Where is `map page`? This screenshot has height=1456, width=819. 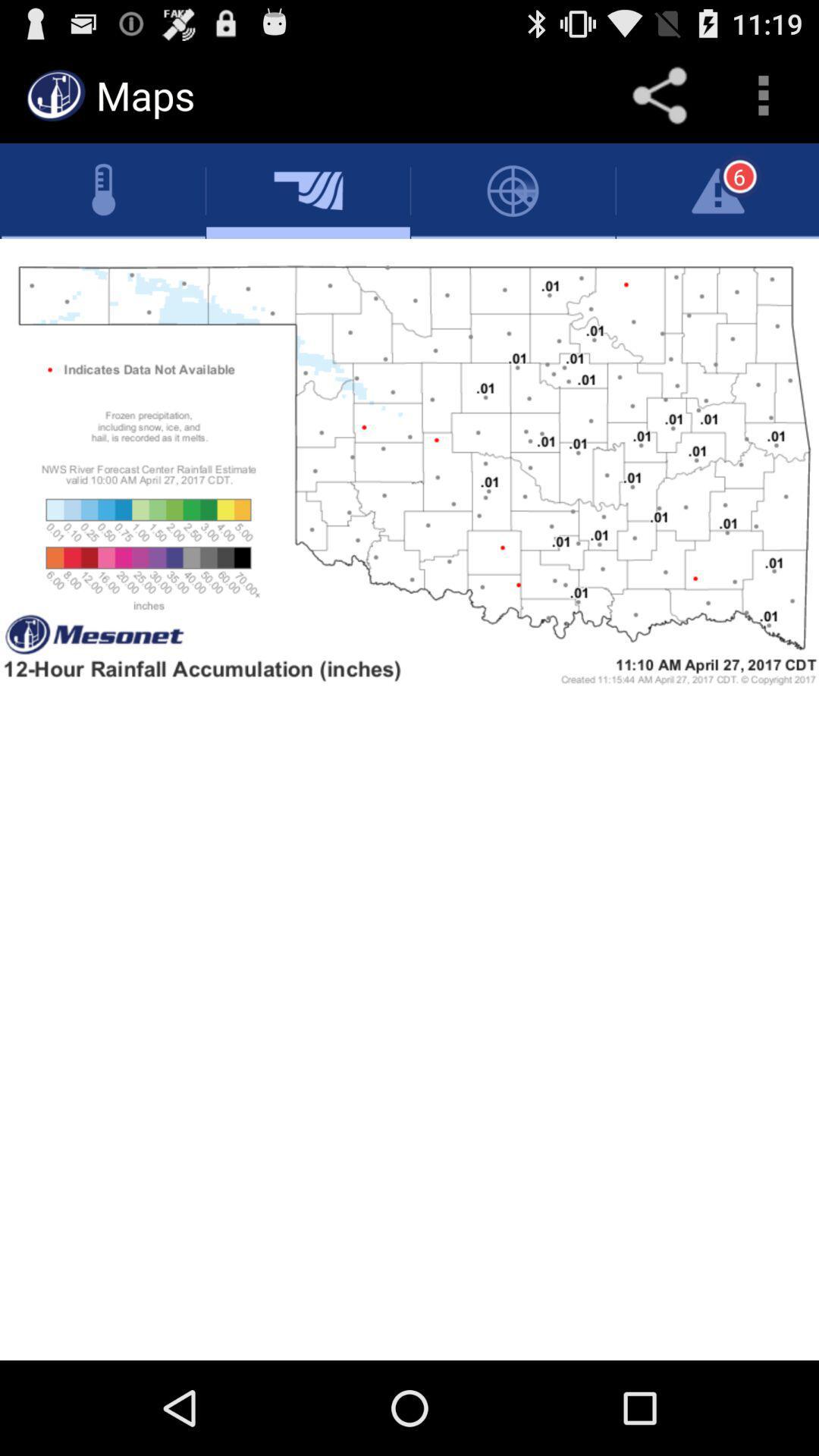 map page is located at coordinates (409, 799).